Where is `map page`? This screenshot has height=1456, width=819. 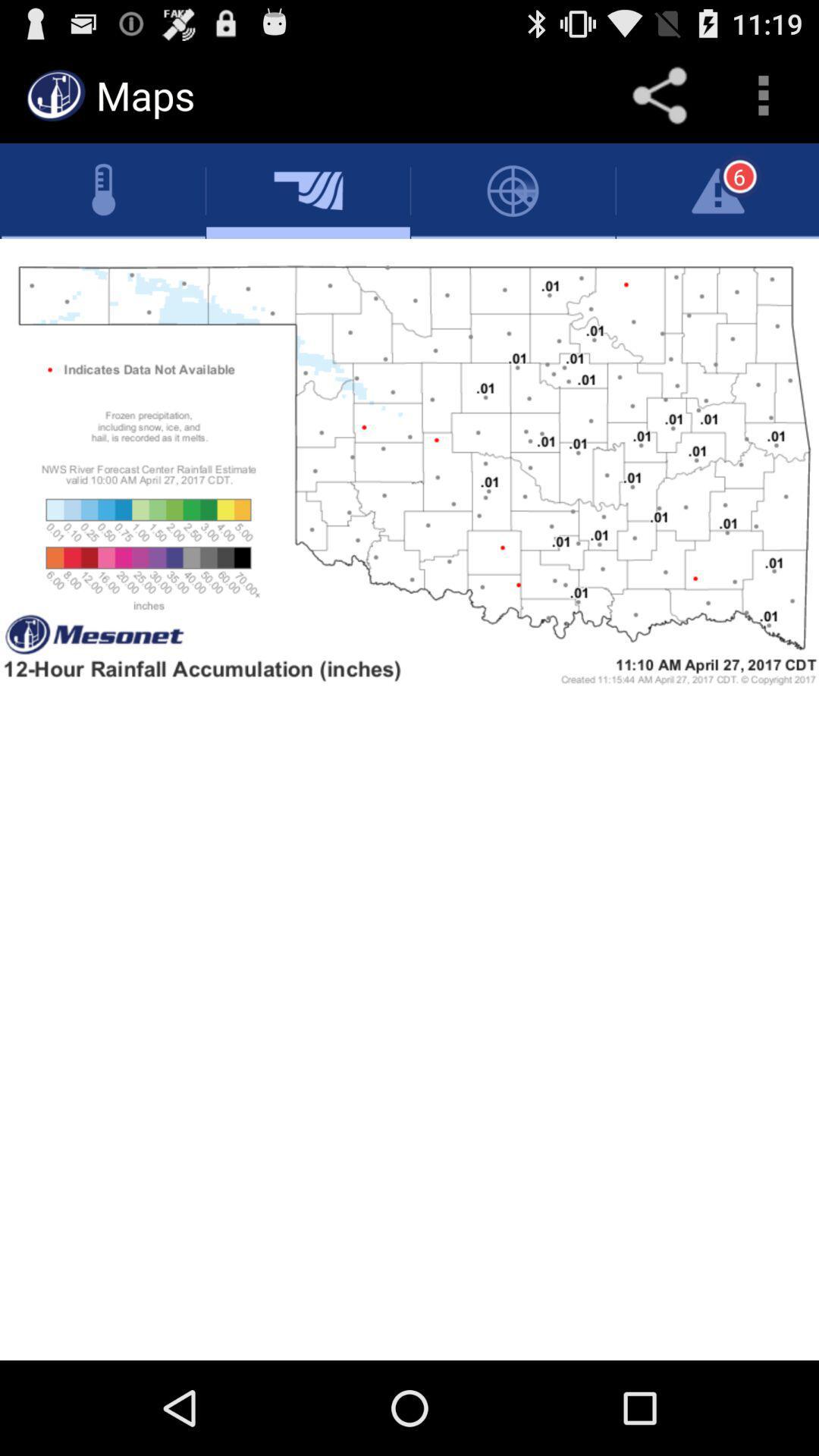 map page is located at coordinates (409, 799).